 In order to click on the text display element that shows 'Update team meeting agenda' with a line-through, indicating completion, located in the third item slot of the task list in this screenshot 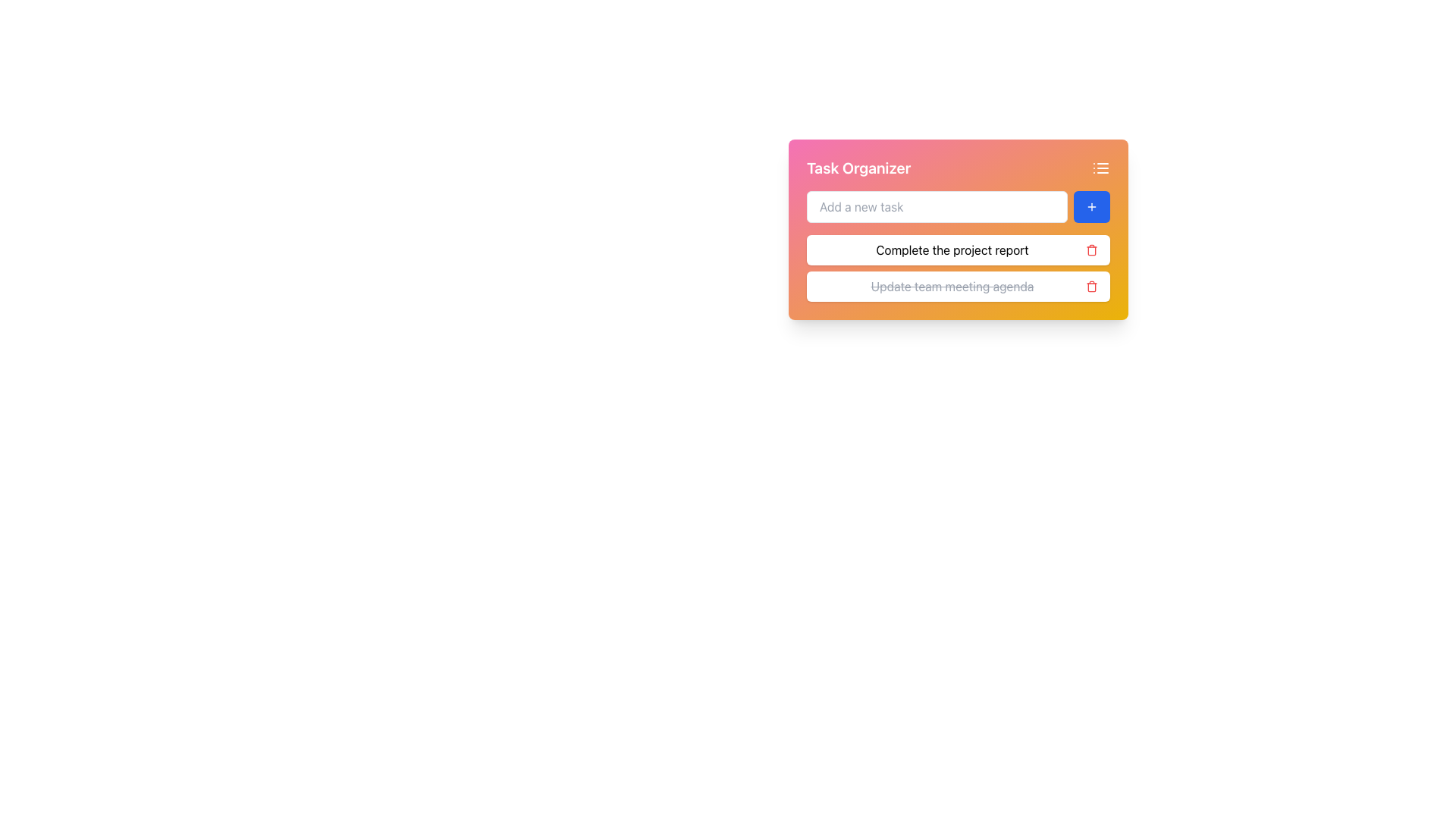, I will do `click(952, 287)`.